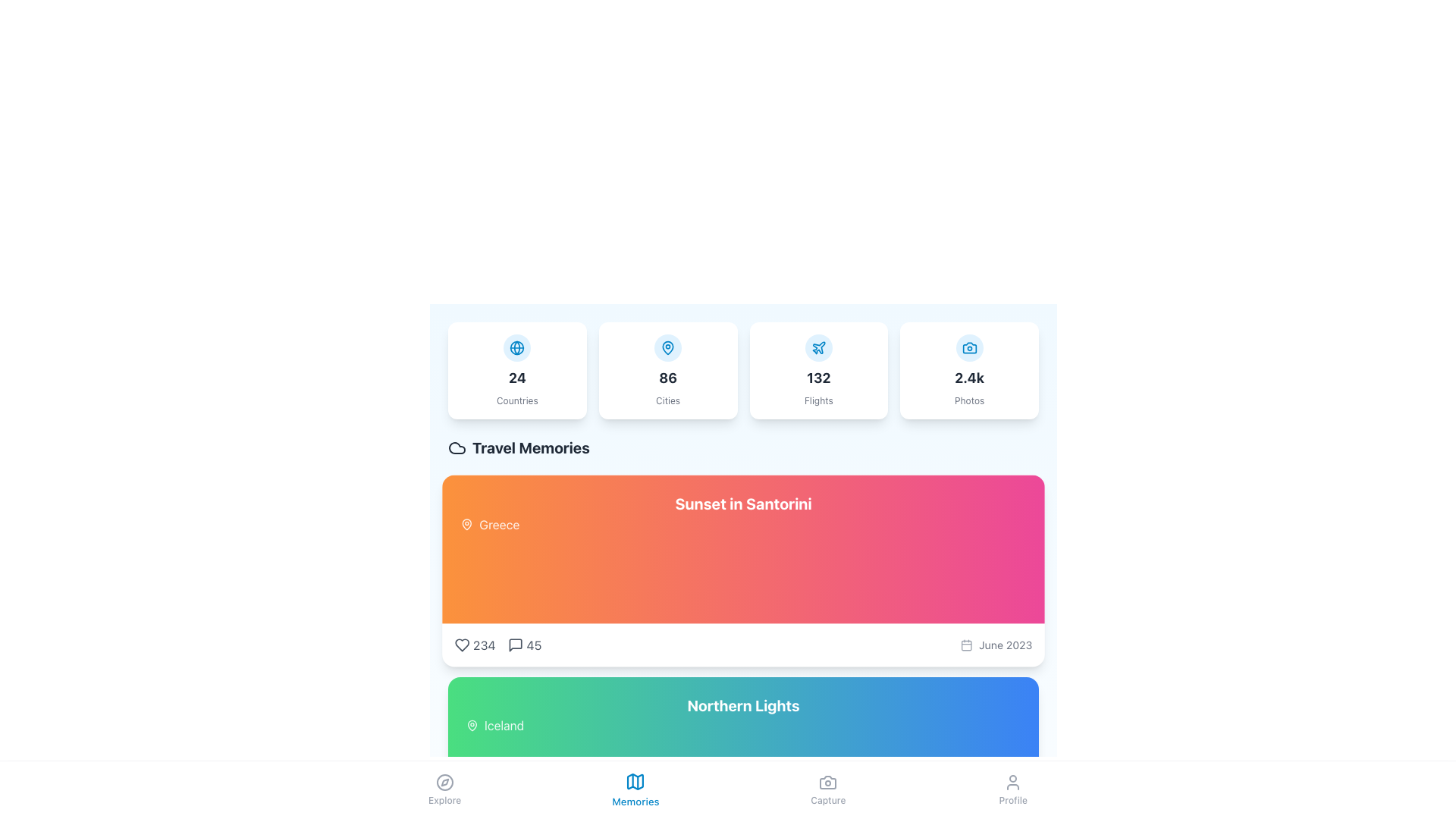 The height and width of the screenshot is (819, 1456). I want to click on the 'Sunset in Santorini' card featuring a gradient background, so click(743, 570).